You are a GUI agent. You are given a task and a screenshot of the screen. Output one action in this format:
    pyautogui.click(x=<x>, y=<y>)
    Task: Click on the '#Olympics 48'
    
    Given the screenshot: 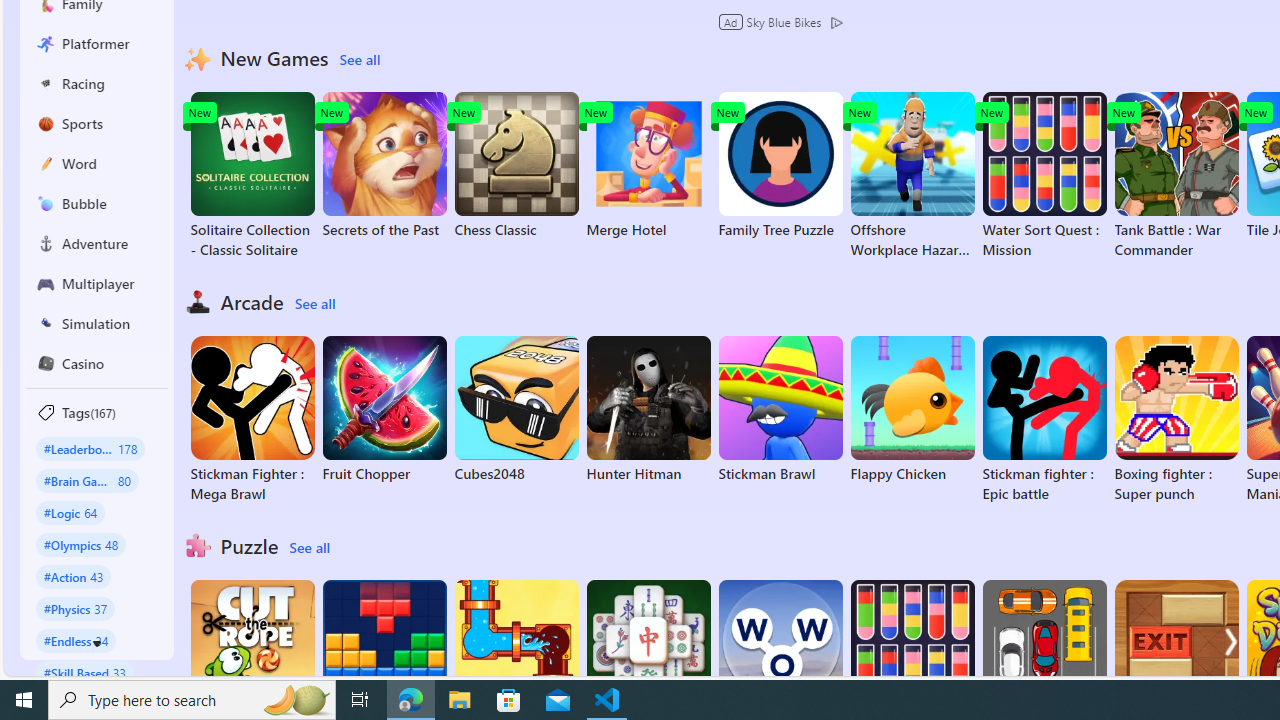 What is the action you would take?
    pyautogui.click(x=80, y=544)
    